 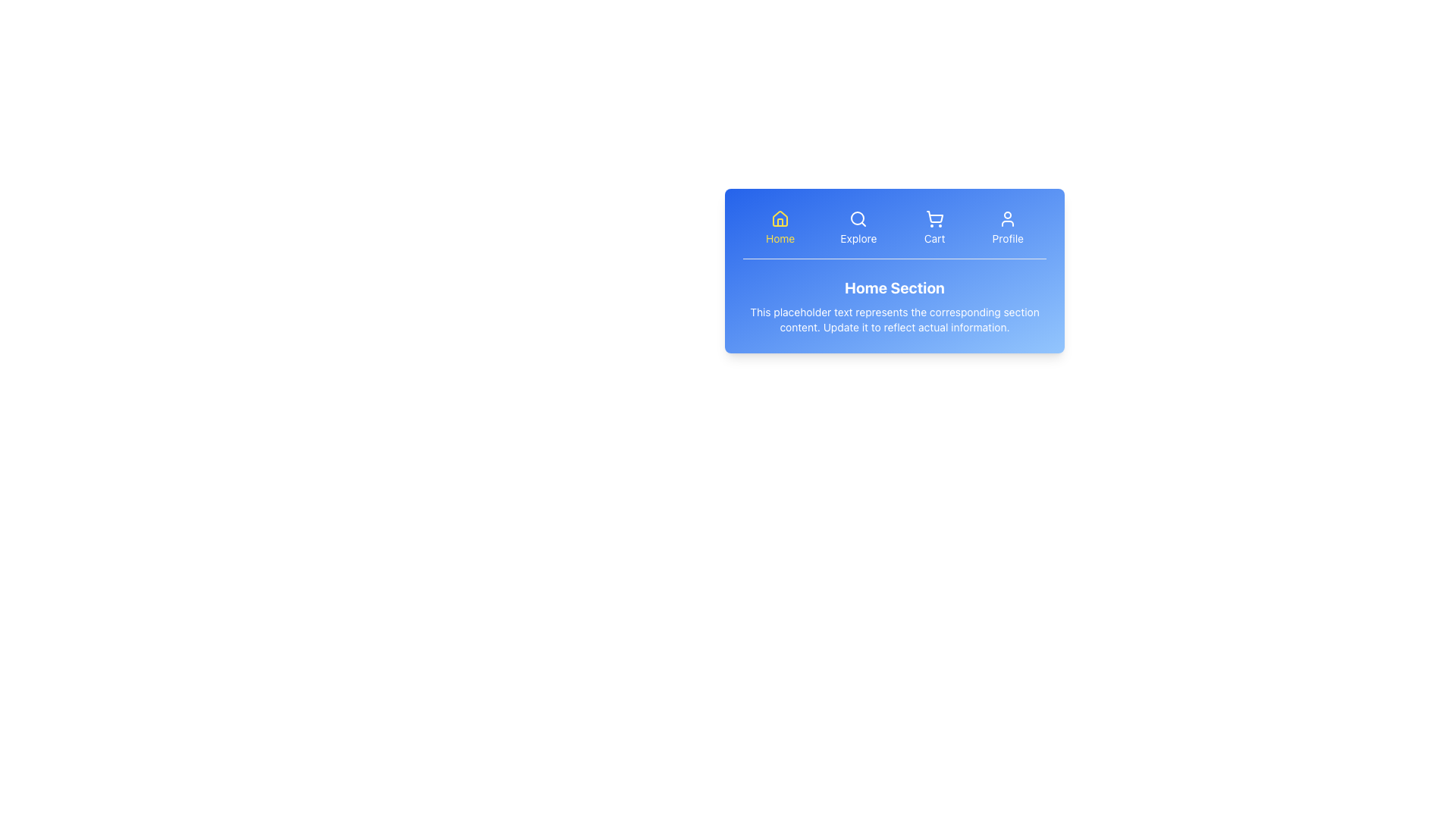 What do you see at coordinates (934, 219) in the screenshot?
I see `the 'Cart' icon in the navigation bar, which is the third option from the left, to interact with the cart functionality` at bounding box center [934, 219].